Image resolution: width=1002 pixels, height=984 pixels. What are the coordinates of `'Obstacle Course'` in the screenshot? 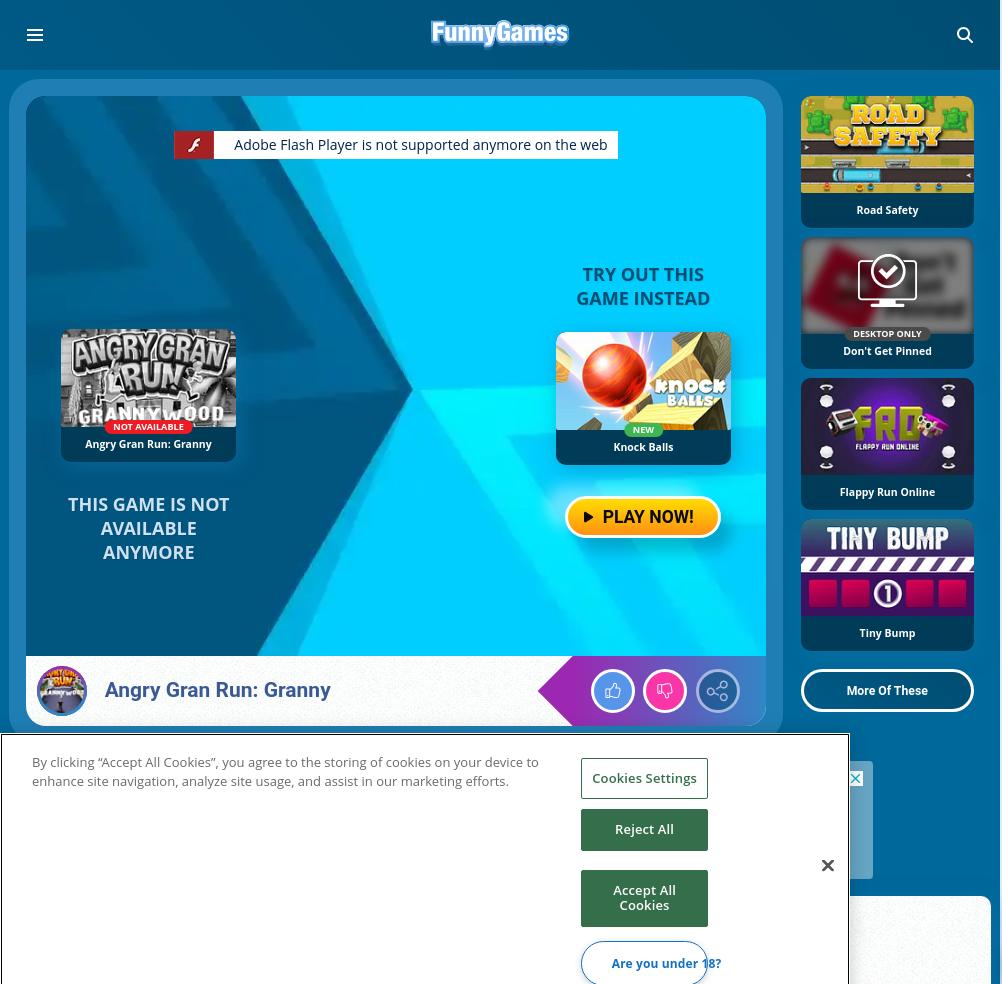 It's located at (266, 950).